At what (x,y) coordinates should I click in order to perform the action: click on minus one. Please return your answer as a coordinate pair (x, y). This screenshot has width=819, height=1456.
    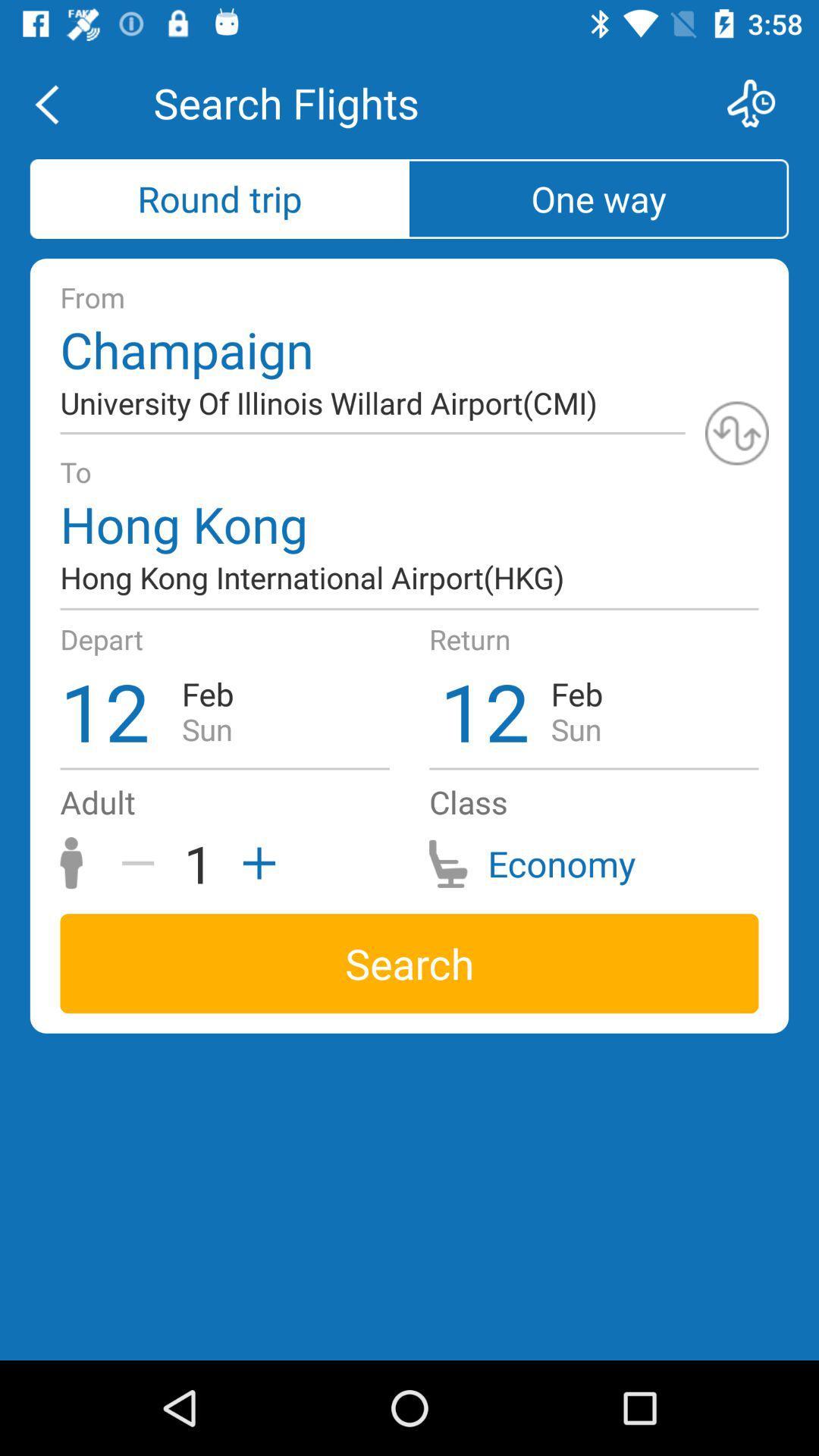
    Looking at the image, I should click on (143, 863).